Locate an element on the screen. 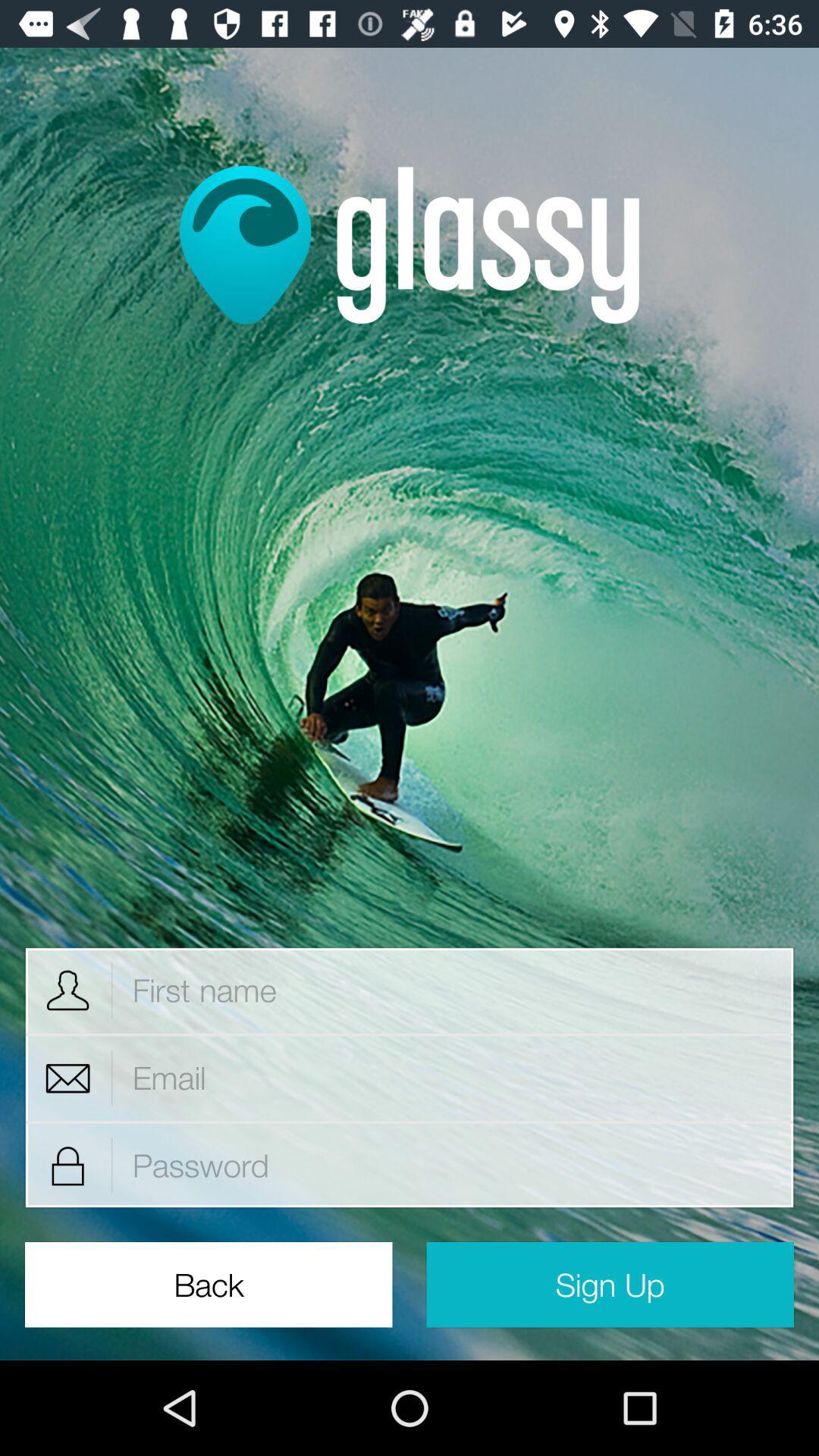  sign up icon is located at coordinates (609, 1284).